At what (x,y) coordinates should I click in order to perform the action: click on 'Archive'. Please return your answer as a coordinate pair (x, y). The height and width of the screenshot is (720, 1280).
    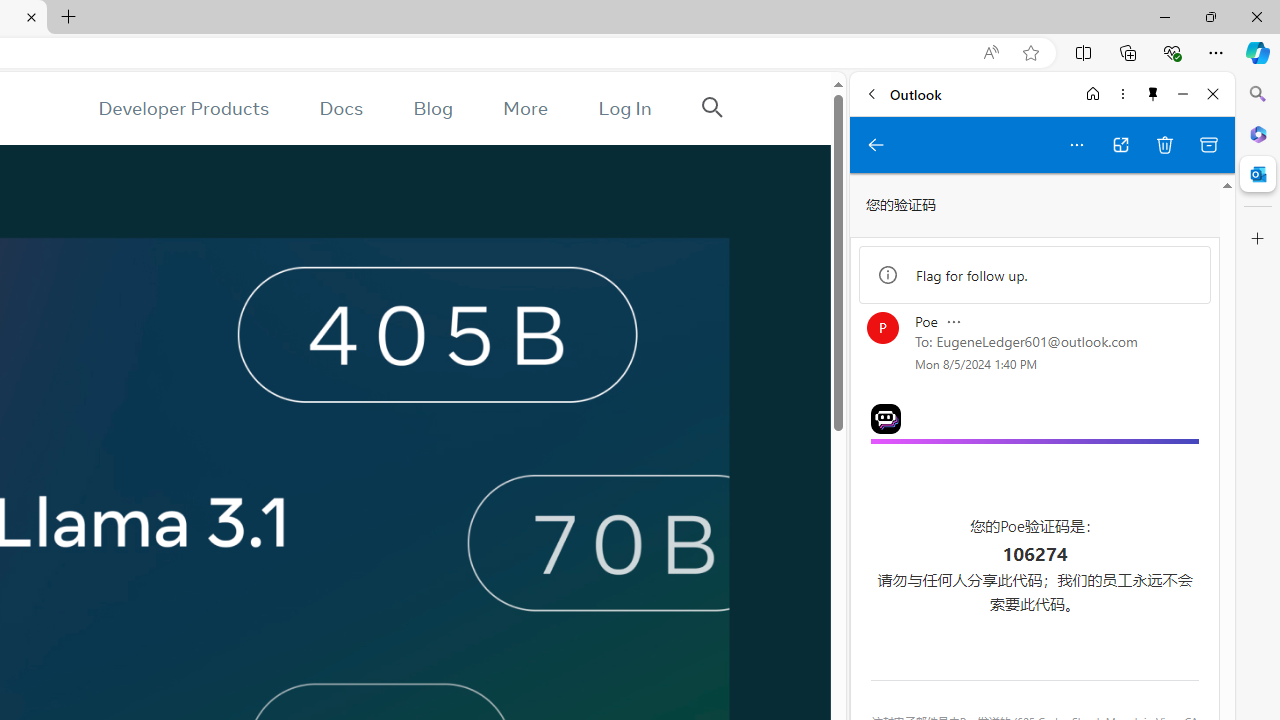
    Looking at the image, I should click on (1207, 144).